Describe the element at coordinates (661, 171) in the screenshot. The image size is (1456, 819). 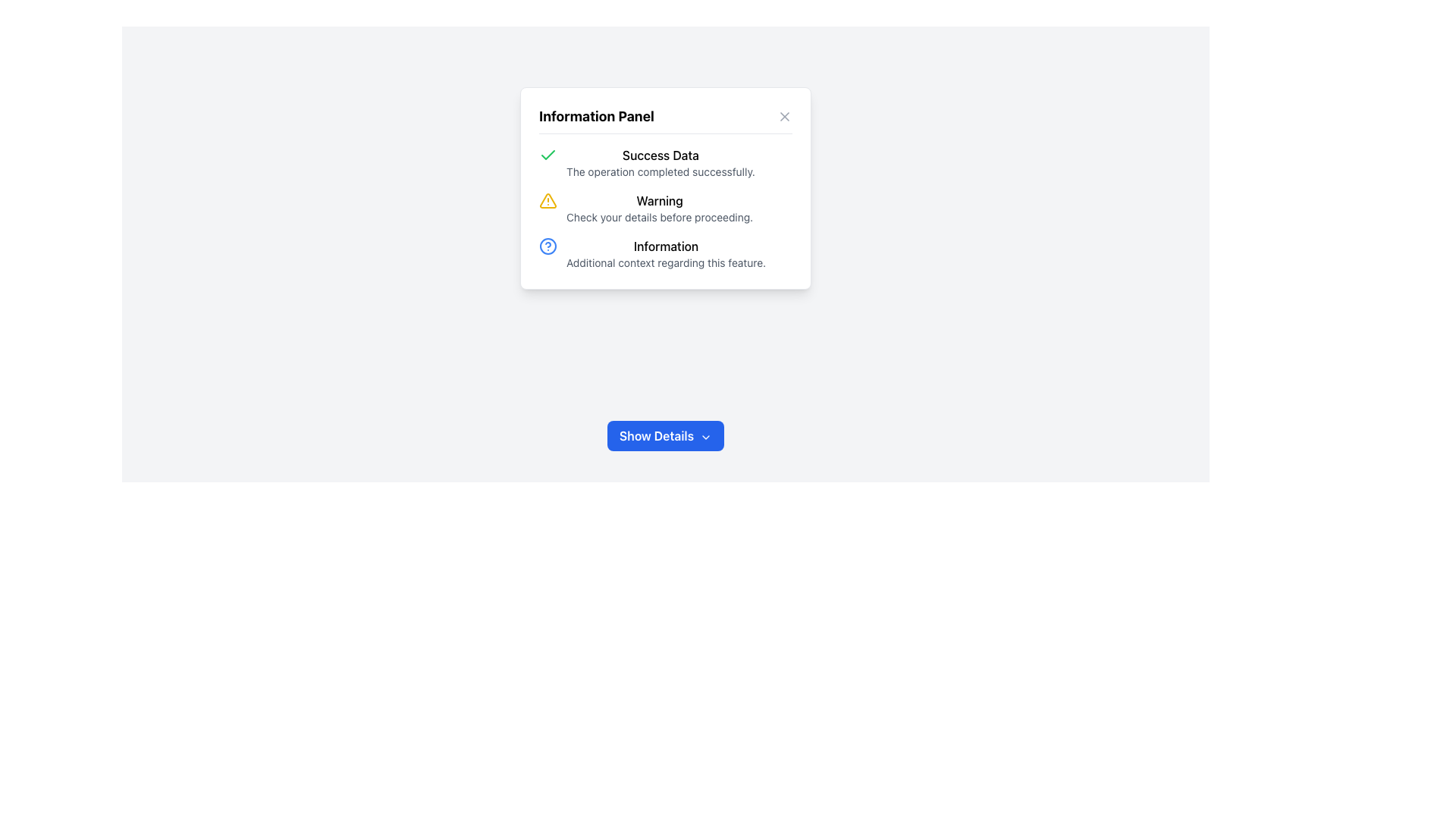
I see `the informational message text indicating successful completion of an operation, located beneath 'Success Data' in the 'Information Panel'` at that location.